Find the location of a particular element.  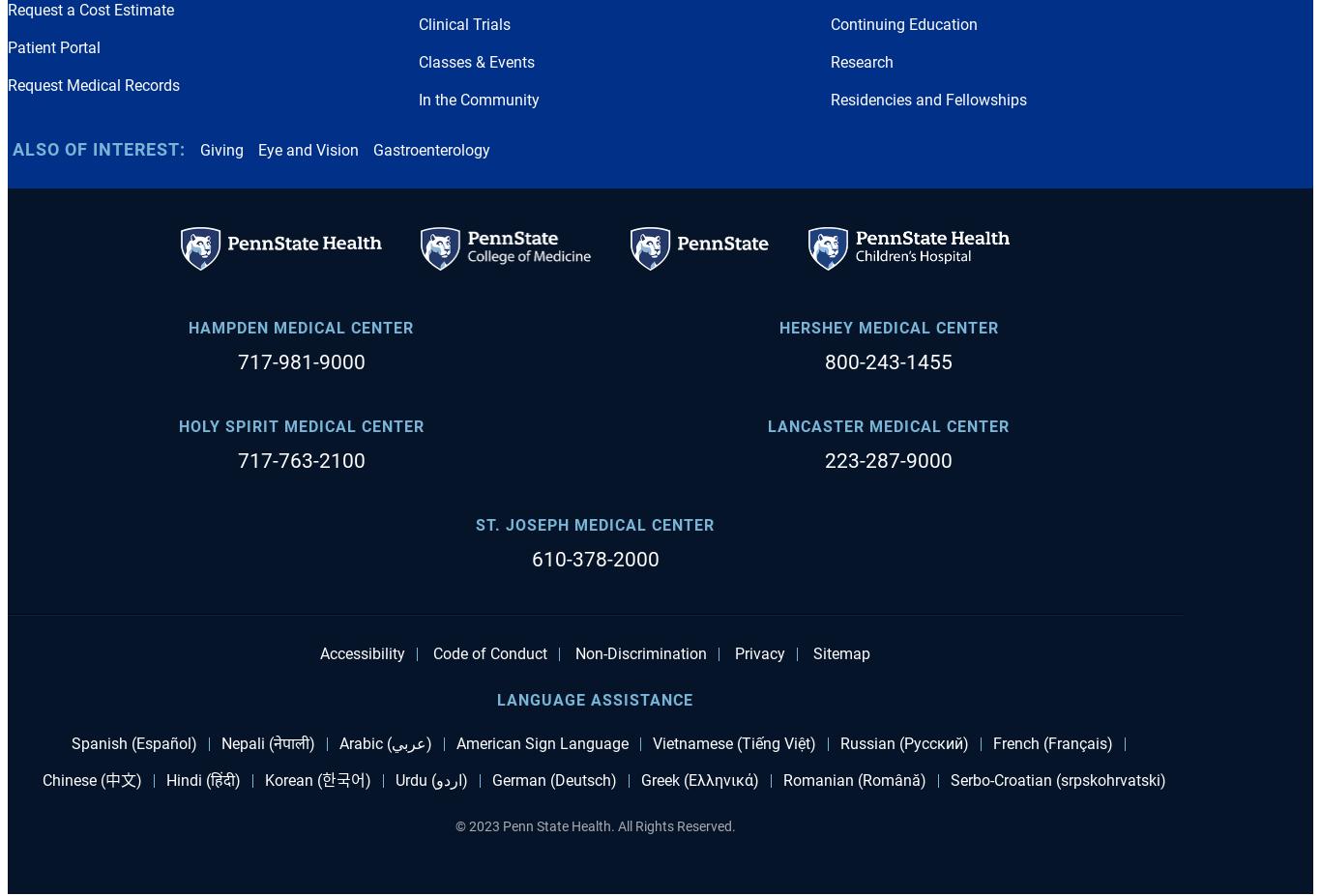

'610-378-2000' is located at coordinates (593, 558).